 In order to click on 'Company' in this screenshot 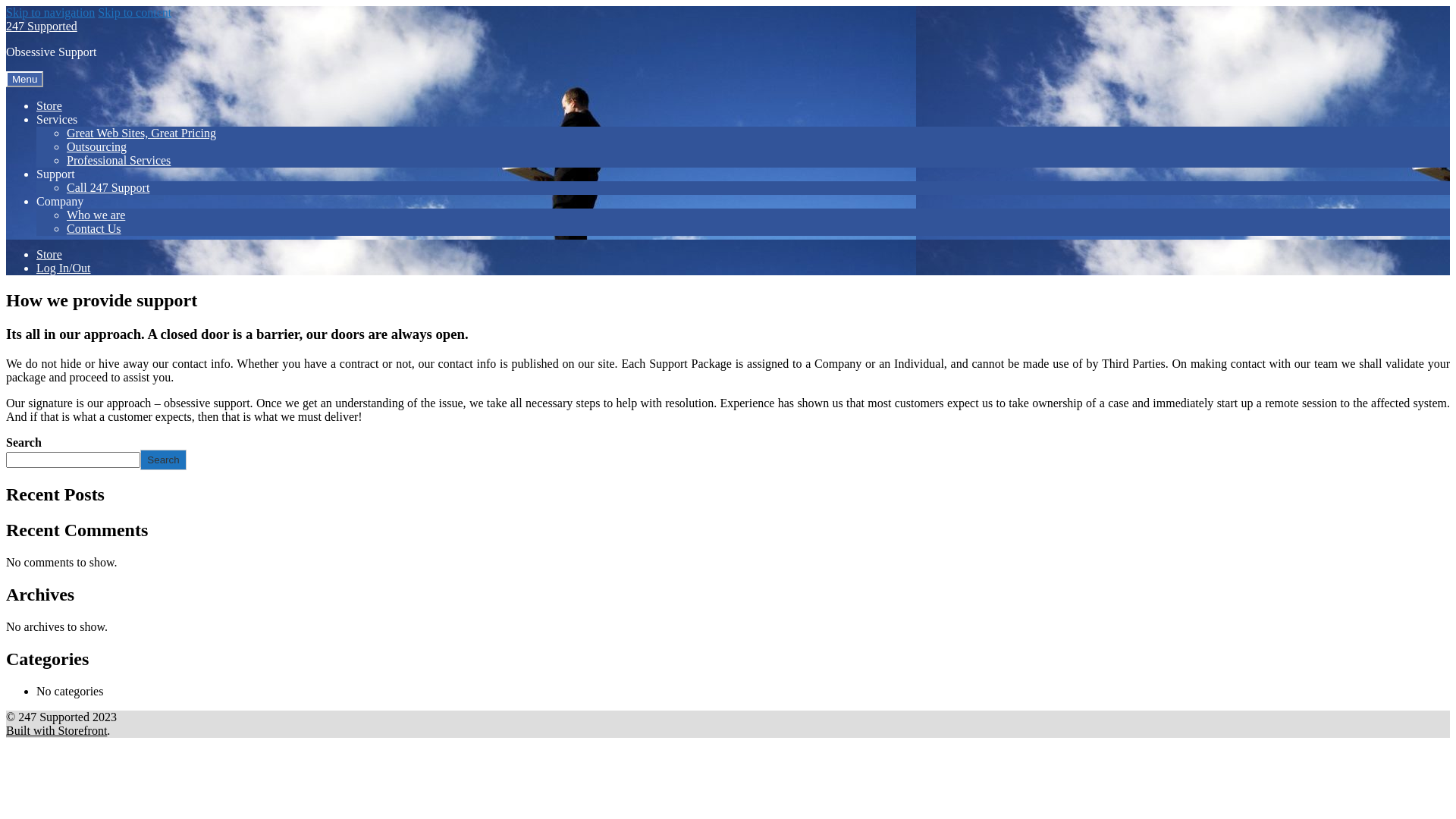, I will do `click(59, 200)`.